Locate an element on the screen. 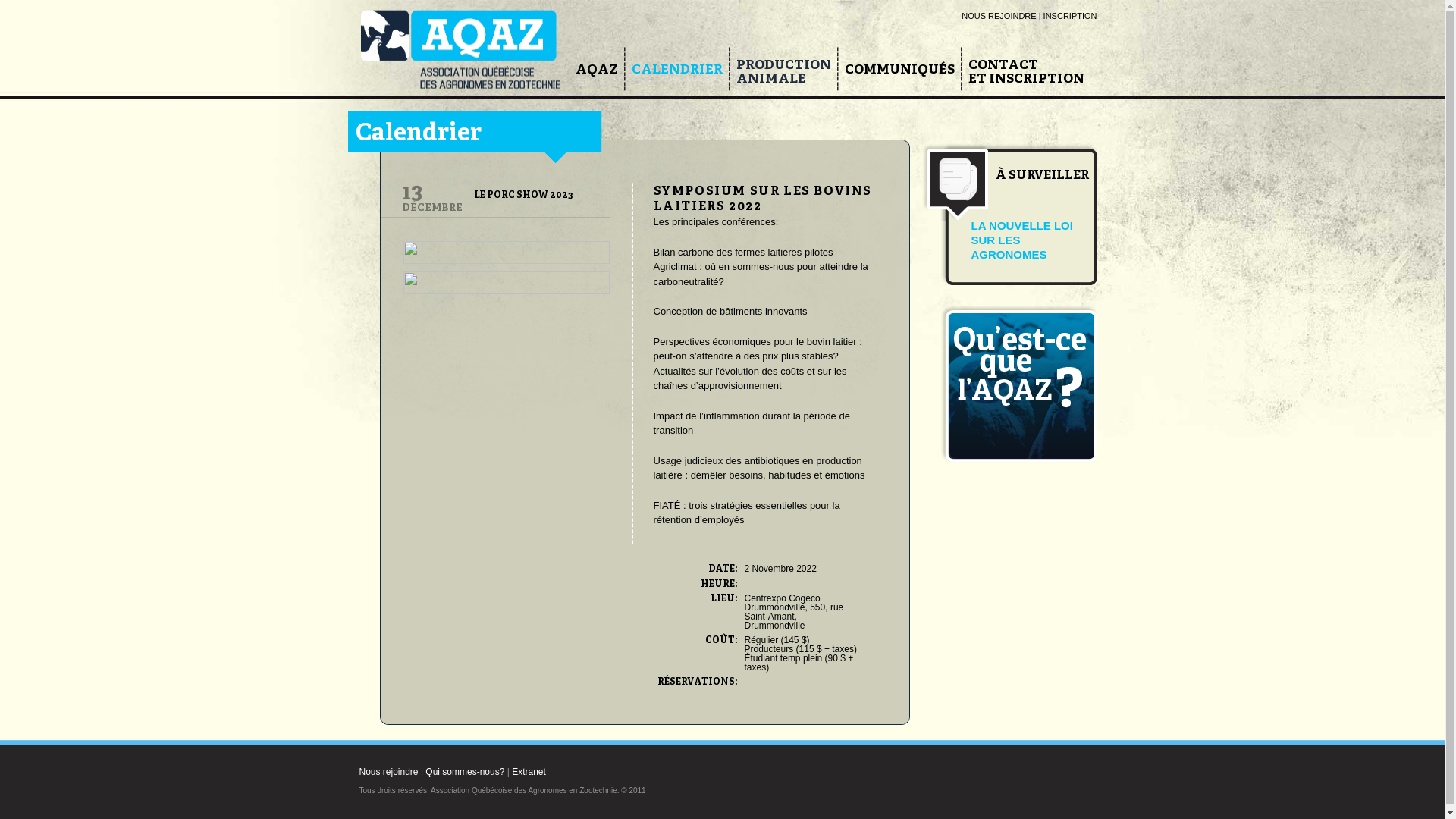 The image size is (1456, 819). 'NOUS REJOINDRE | INSCRIPTION' is located at coordinates (1029, 15).